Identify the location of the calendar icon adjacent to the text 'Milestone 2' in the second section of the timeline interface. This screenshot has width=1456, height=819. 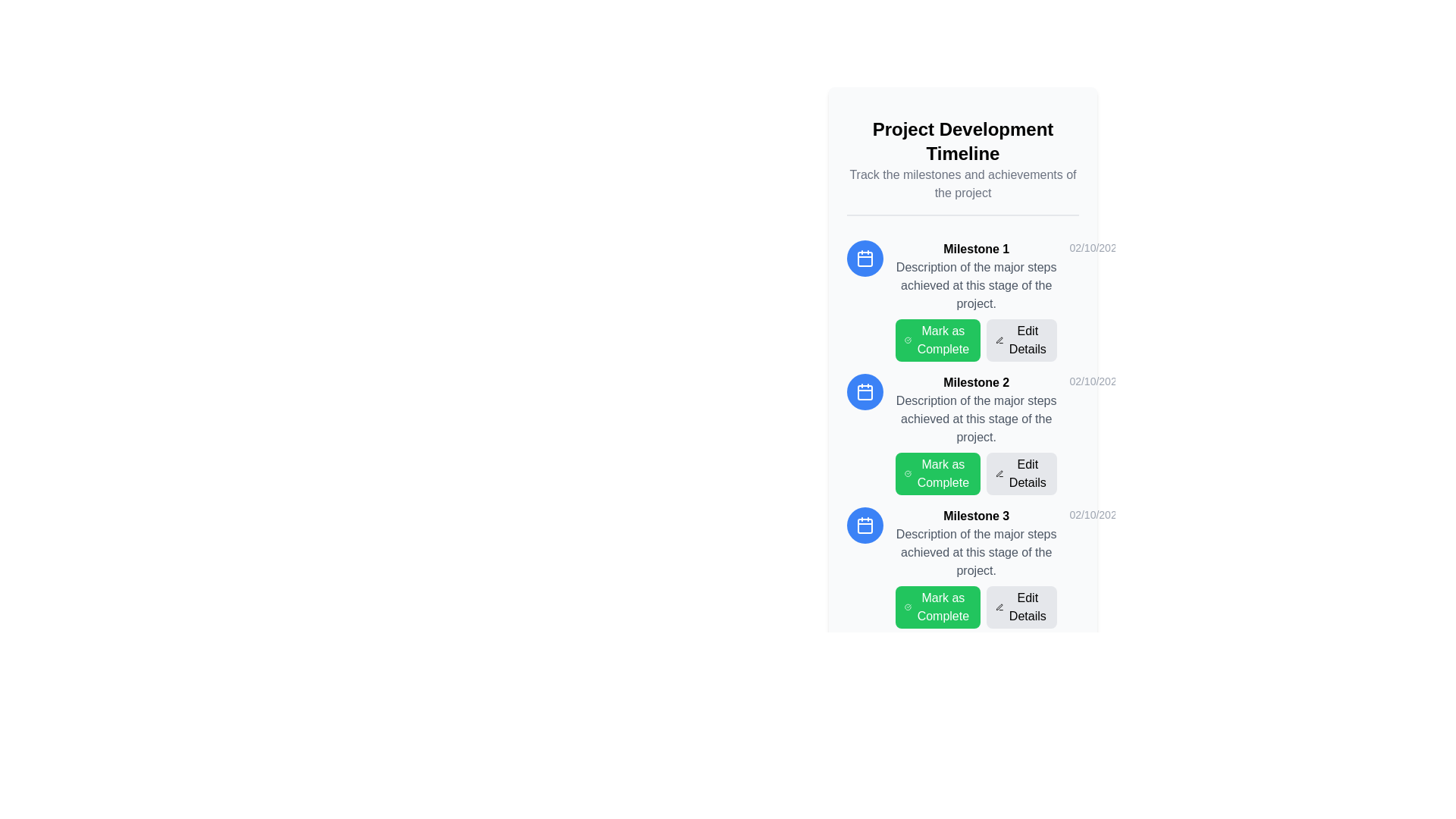
(865, 391).